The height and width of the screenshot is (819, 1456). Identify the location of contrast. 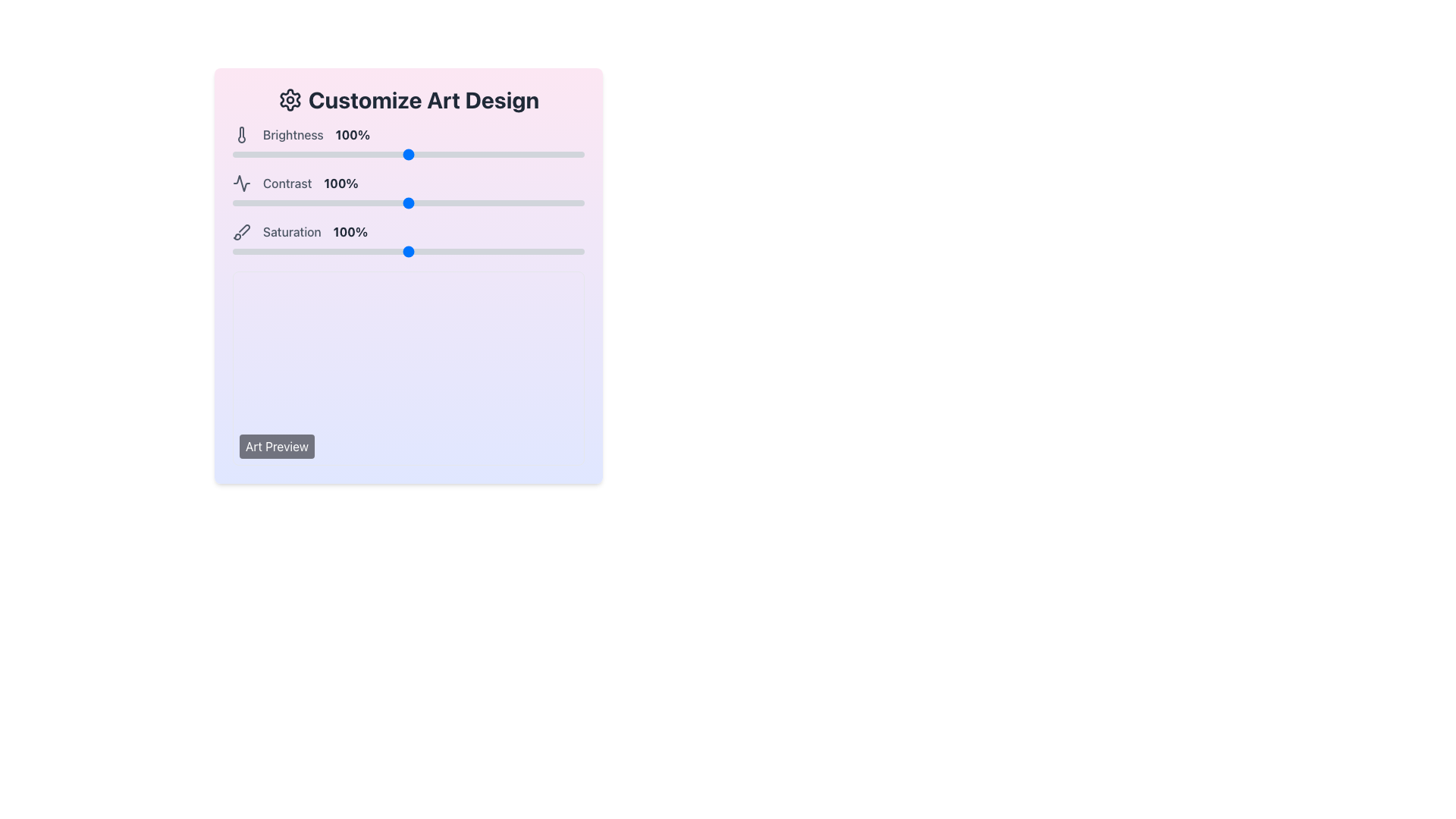
(498, 202).